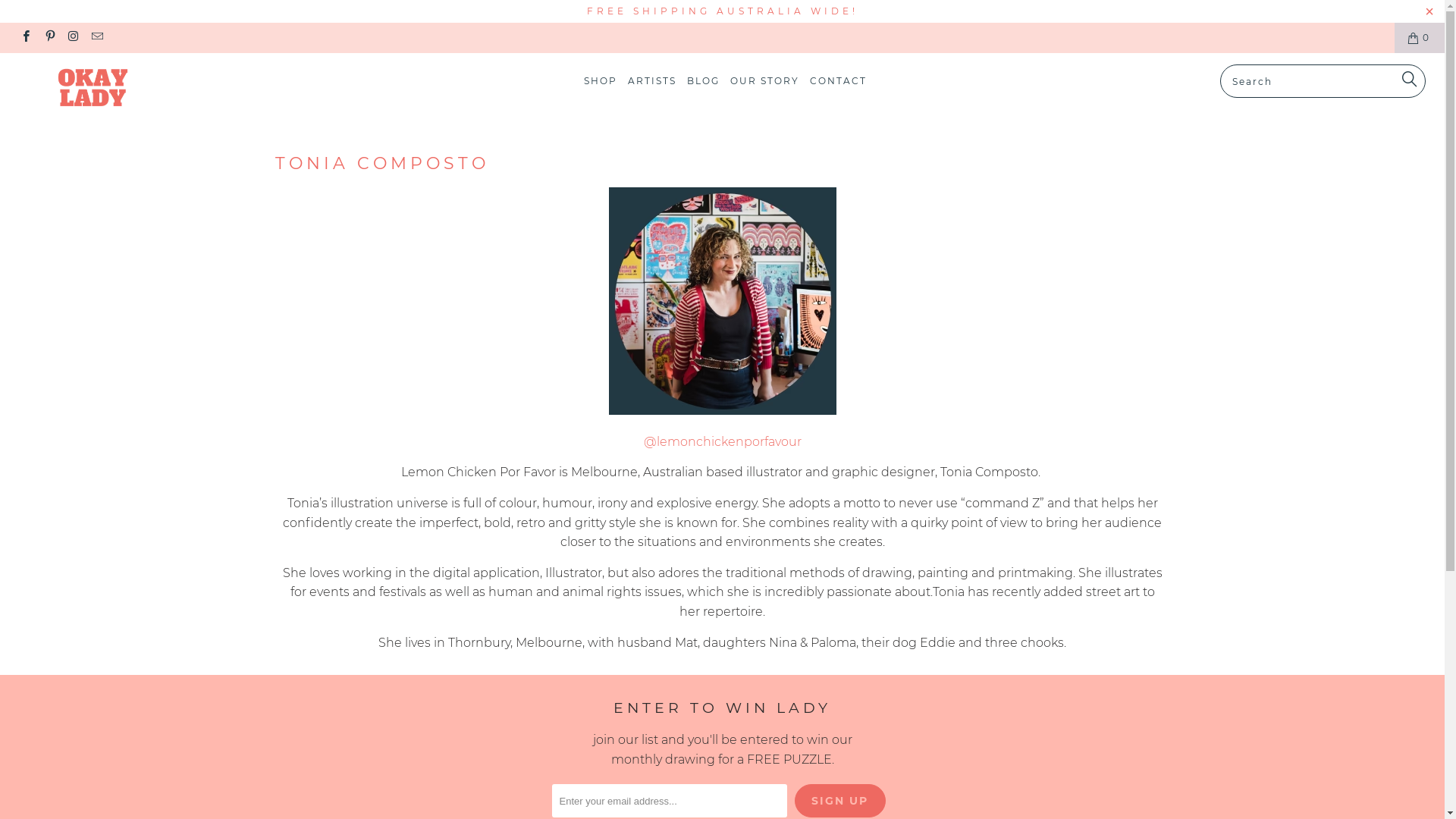  What do you see at coordinates (720, 441) in the screenshot?
I see `'@lemonchickenporfavour'` at bounding box center [720, 441].